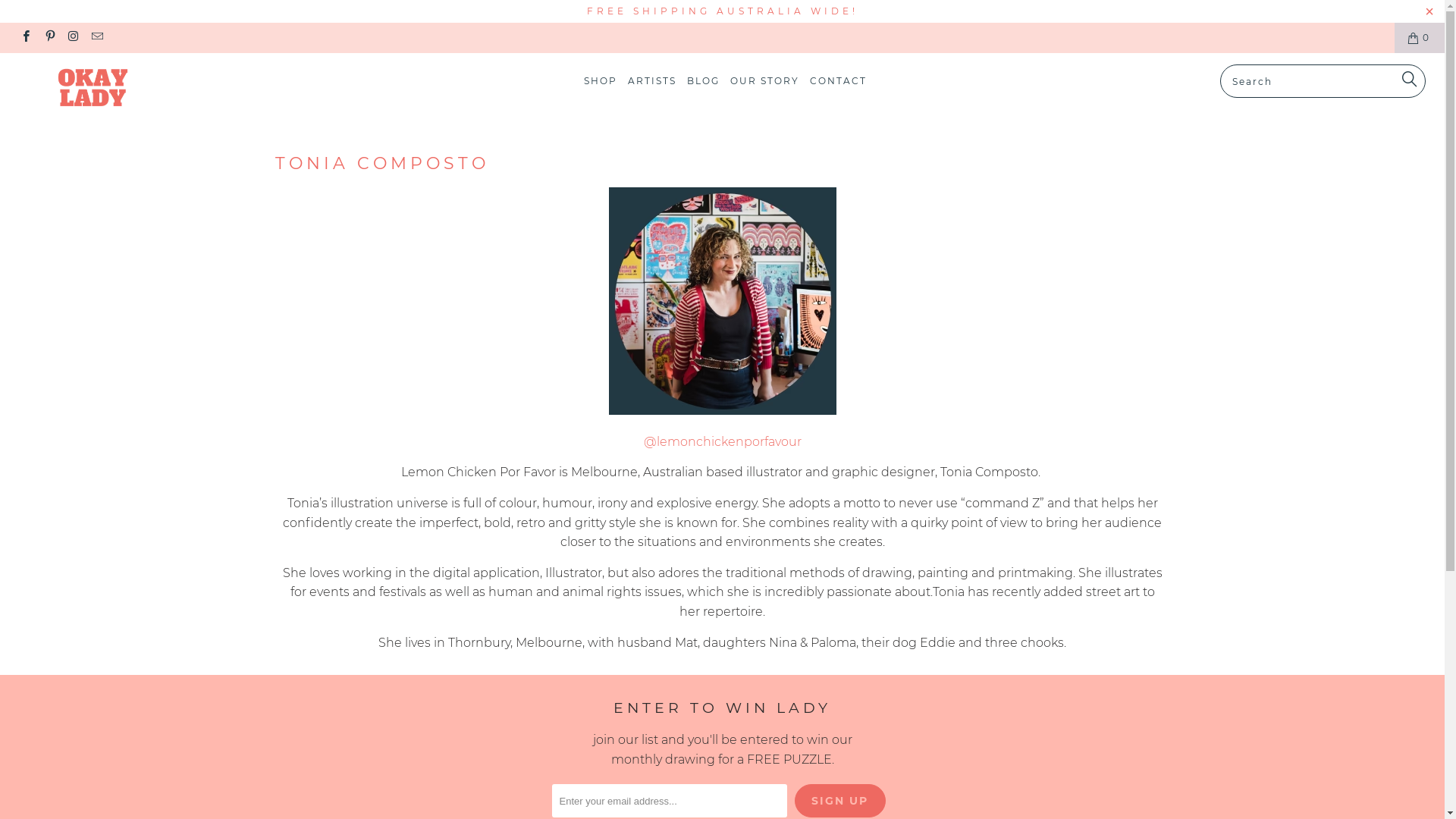  What do you see at coordinates (720, 441) in the screenshot?
I see `'@lemonchickenporfavour'` at bounding box center [720, 441].